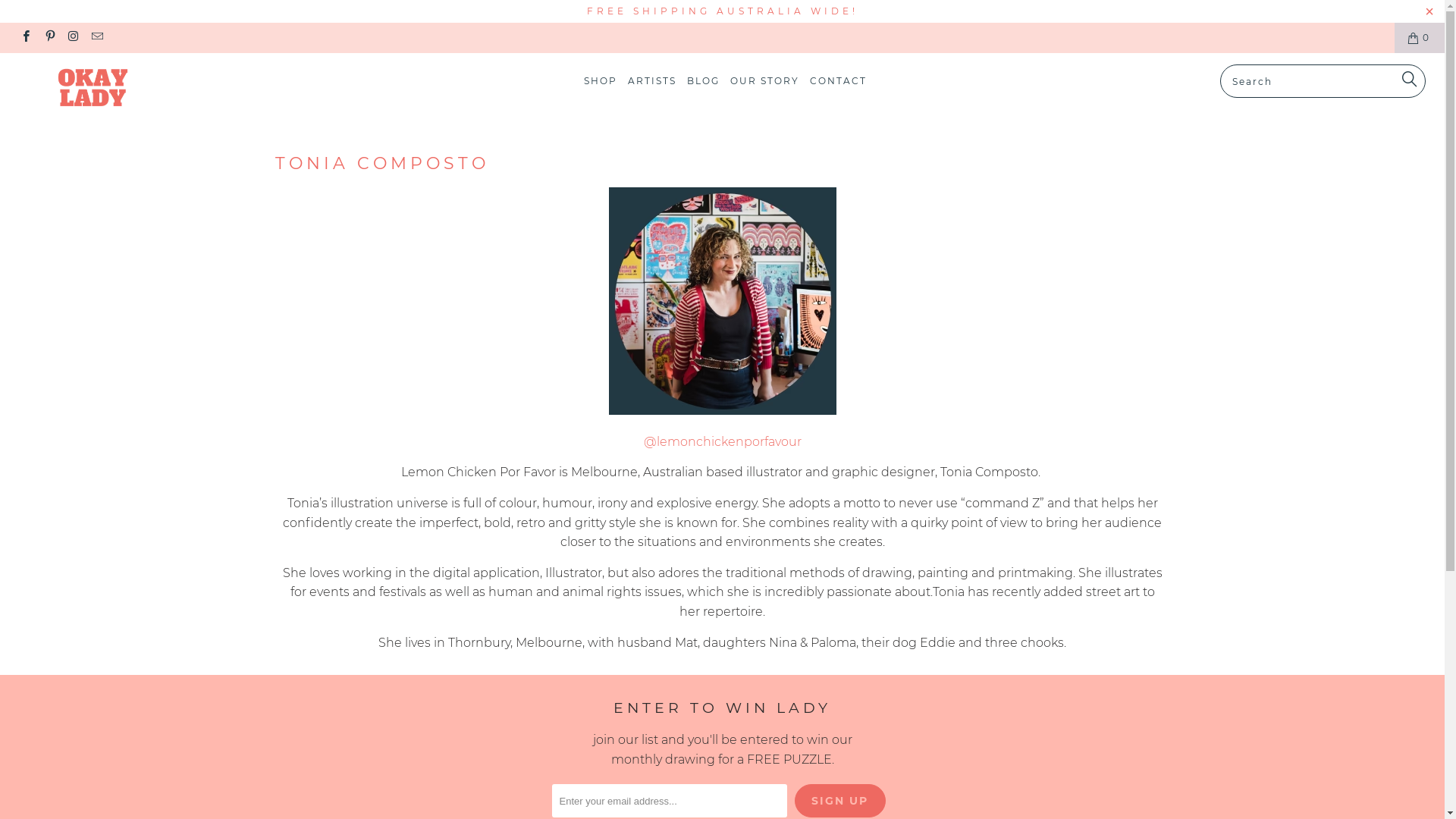  What do you see at coordinates (720, 441) in the screenshot?
I see `'@lemonchickenporfavour'` at bounding box center [720, 441].